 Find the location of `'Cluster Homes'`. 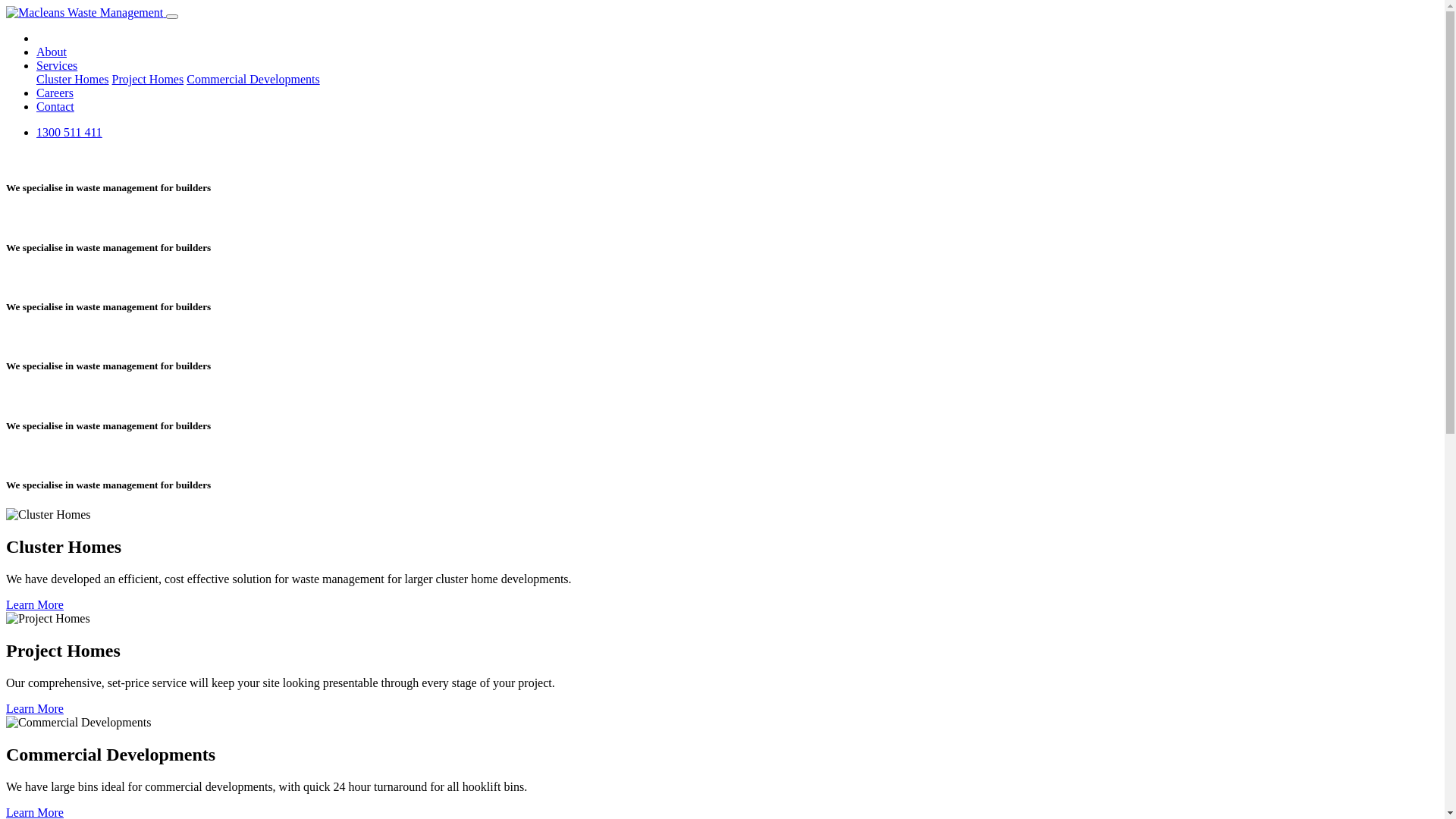

'Cluster Homes' is located at coordinates (36, 79).